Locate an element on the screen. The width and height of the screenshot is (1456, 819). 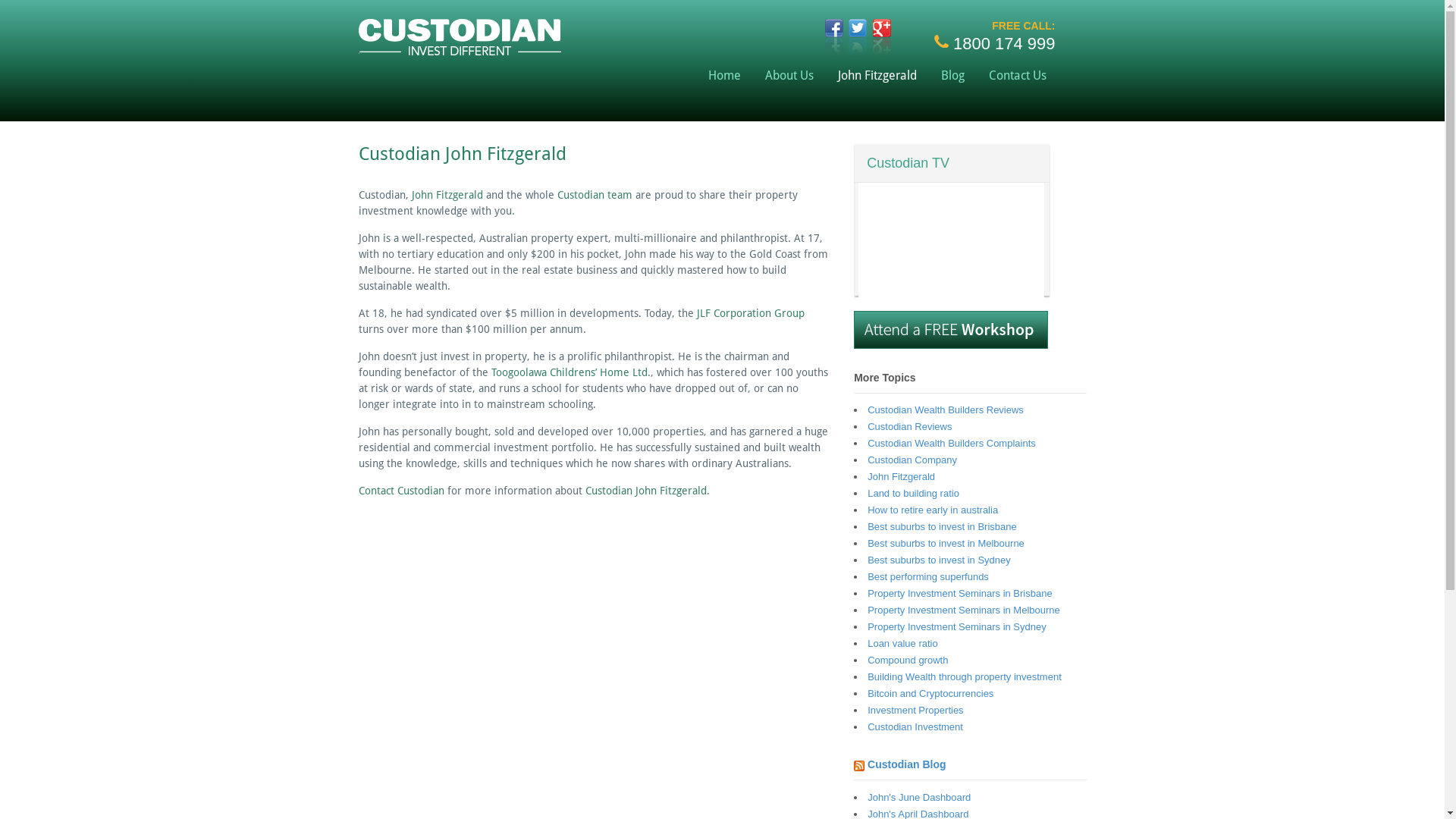
'Compound growth' is located at coordinates (867, 659).